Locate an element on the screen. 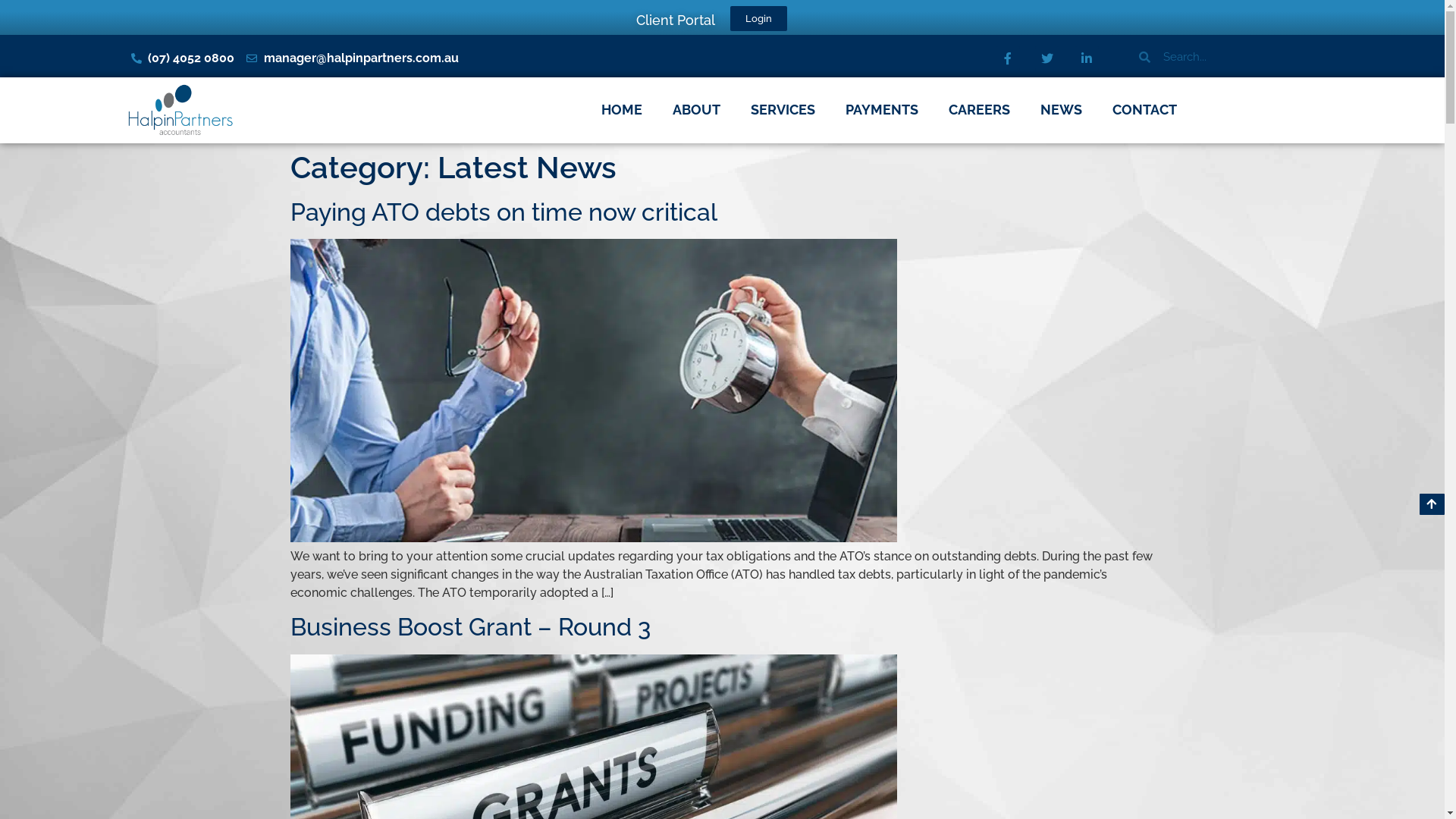 The image size is (1456, 819). 'manager@halpinpartners.com.au' is located at coordinates (352, 58).